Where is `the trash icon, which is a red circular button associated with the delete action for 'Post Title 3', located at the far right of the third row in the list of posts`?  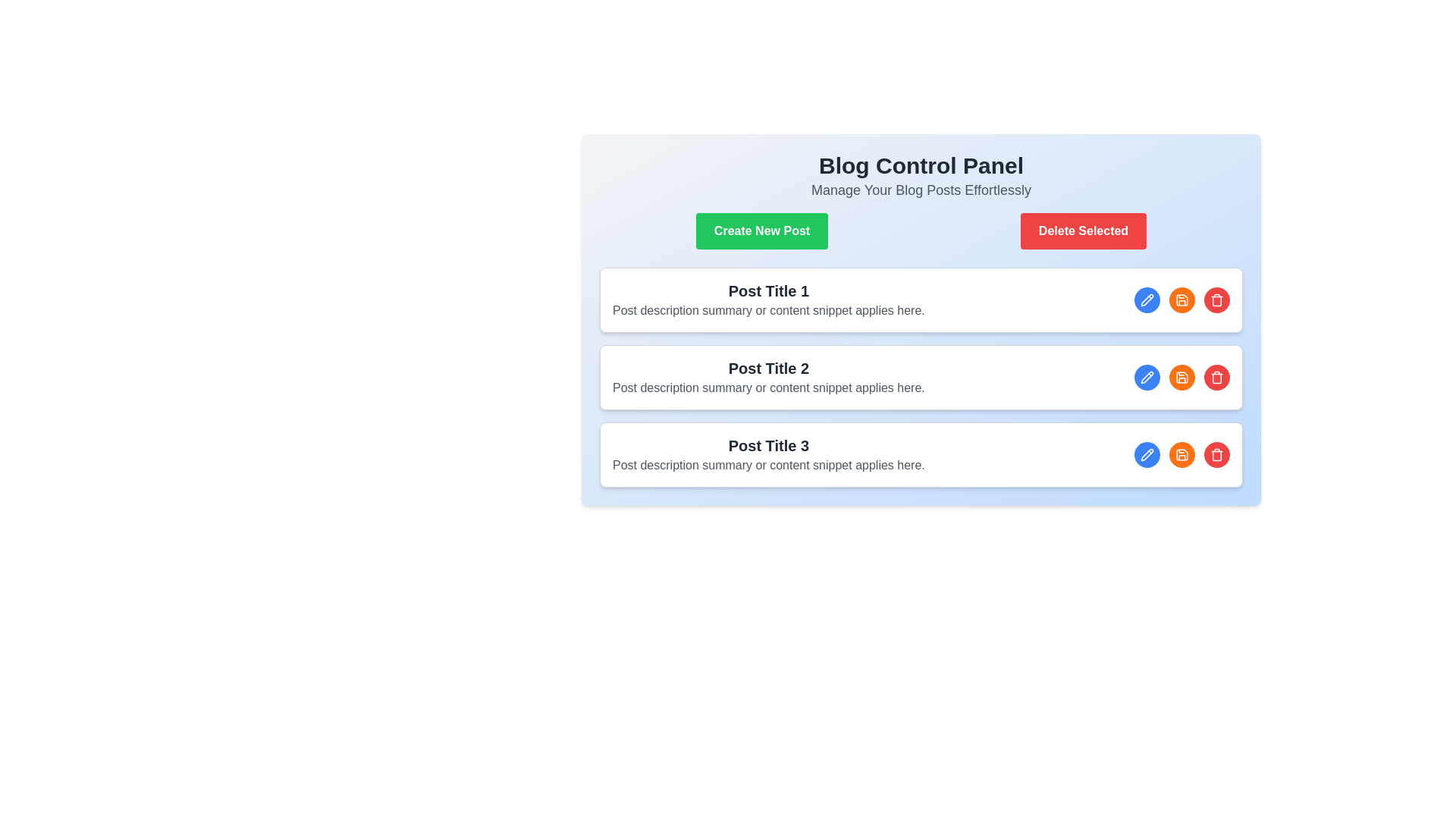 the trash icon, which is a red circular button associated with the delete action for 'Post Title 3', located at the far right of the third row in the list of posts is located at coordinates (1216, 301).